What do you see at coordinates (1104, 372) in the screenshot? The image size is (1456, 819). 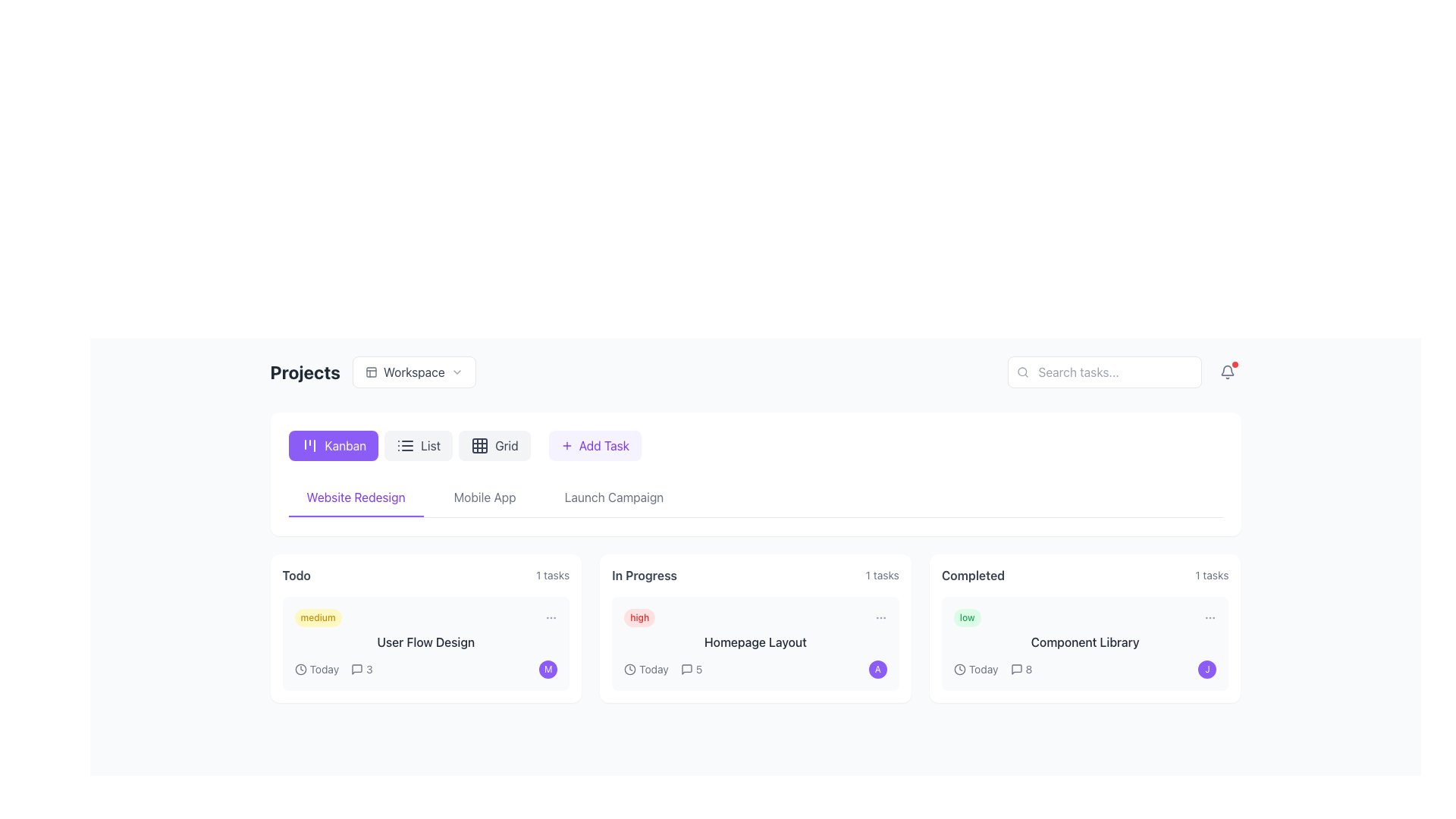 I see `the text input field for search queries located near the top-right corner of the interface` at bounding box center [1104, 372].